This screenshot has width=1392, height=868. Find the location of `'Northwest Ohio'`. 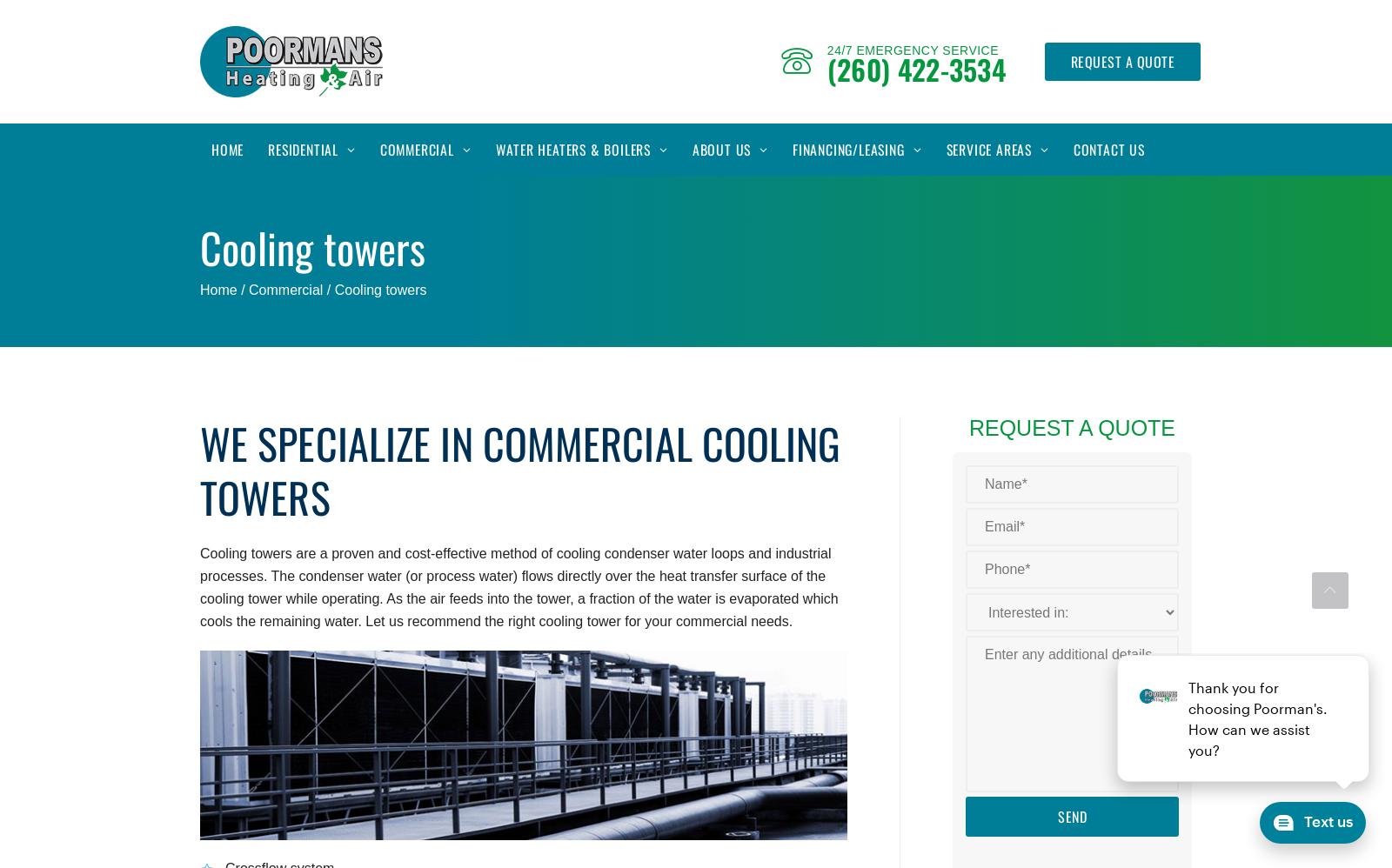

'Northwest Ohio' is located at coordinates (991, 253).